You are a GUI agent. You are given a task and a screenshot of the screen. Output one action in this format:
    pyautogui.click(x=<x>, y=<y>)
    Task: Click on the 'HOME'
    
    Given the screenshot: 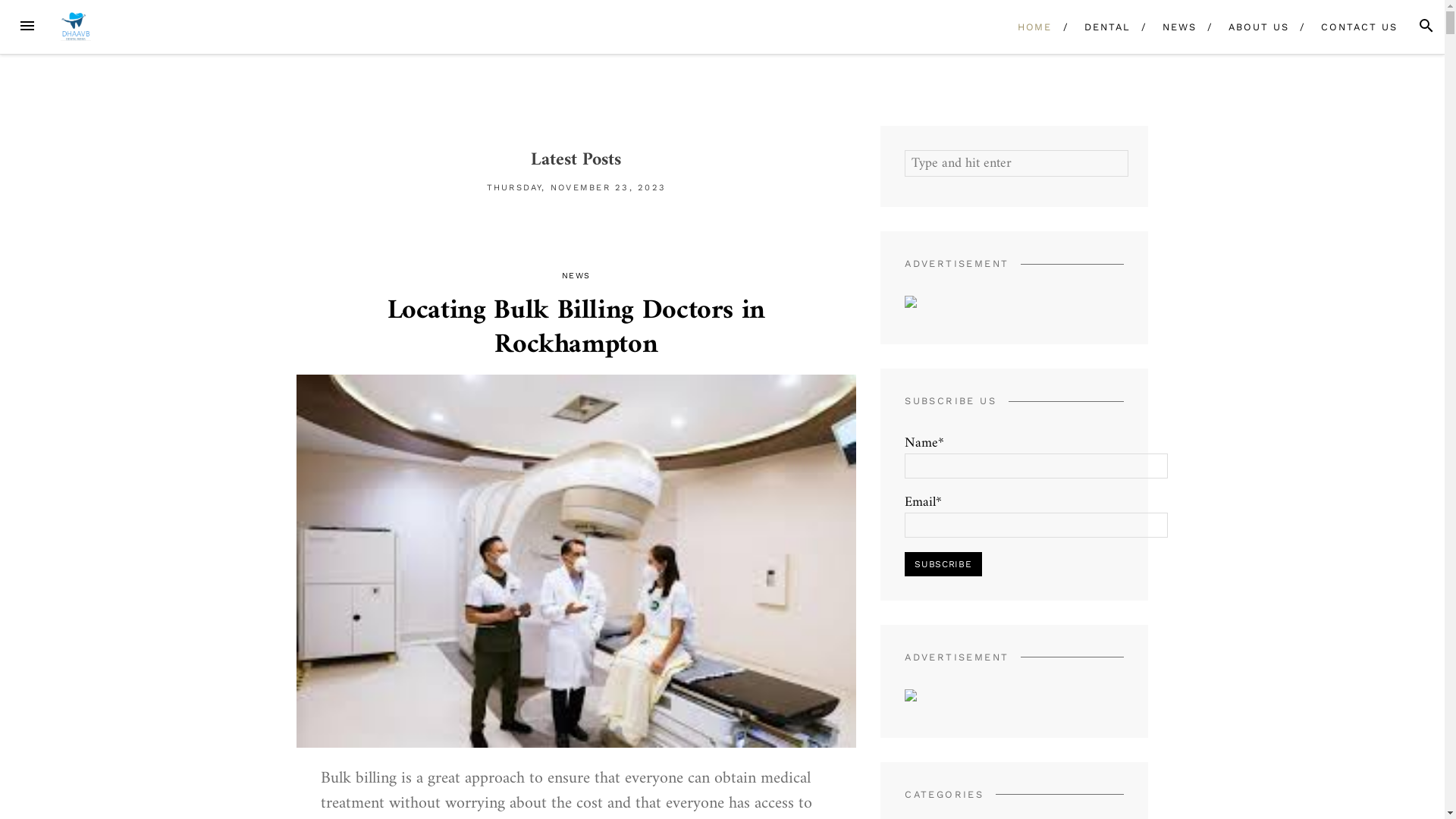 What is the action you would take?
    pyautogui.click(x=1033, y=27)
    